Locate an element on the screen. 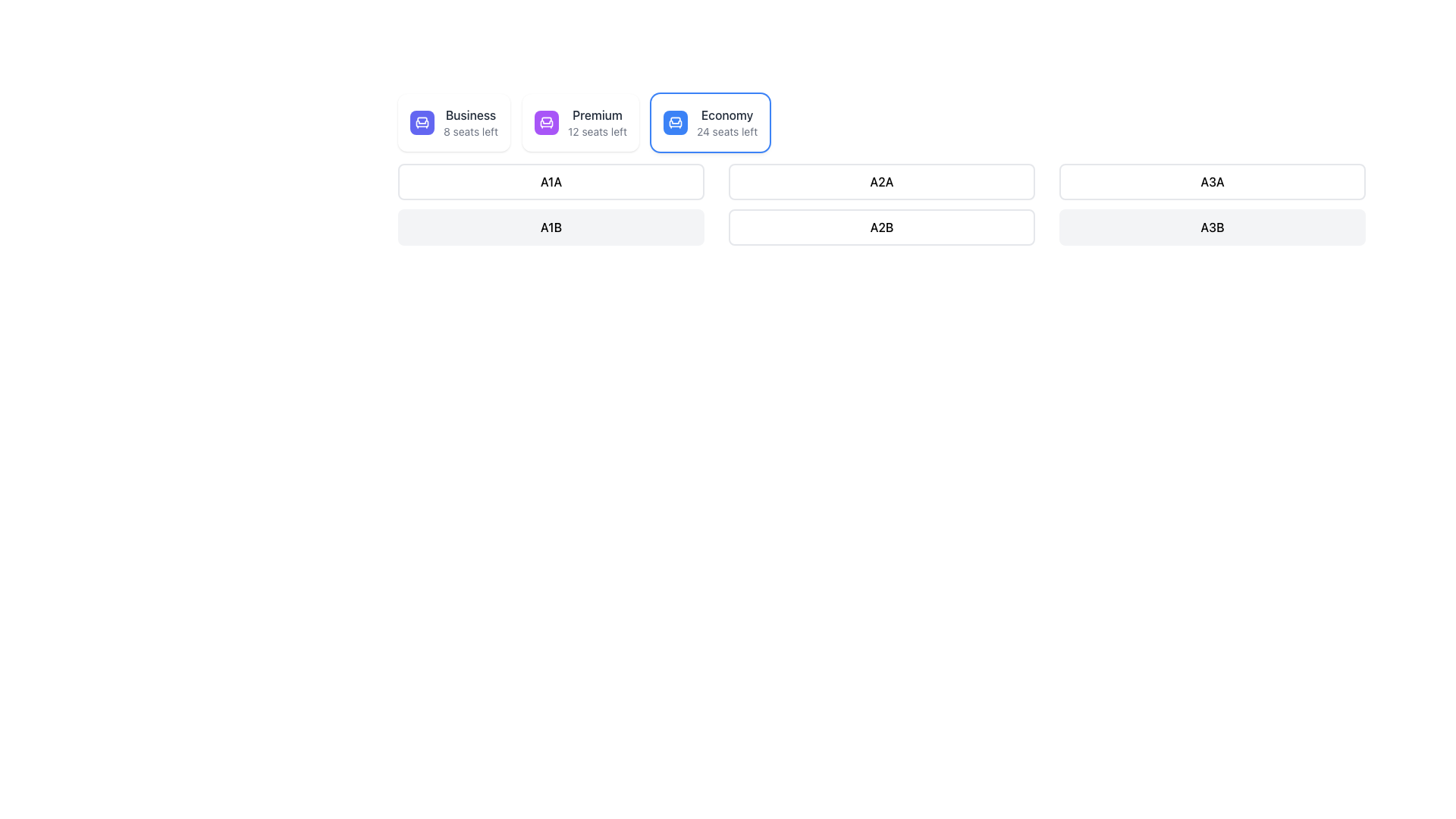 The width and height of the screenshot is (1456, 819). the informational indicator labeled 'Business' with an armchair icon is located at coordinates (453, 122).